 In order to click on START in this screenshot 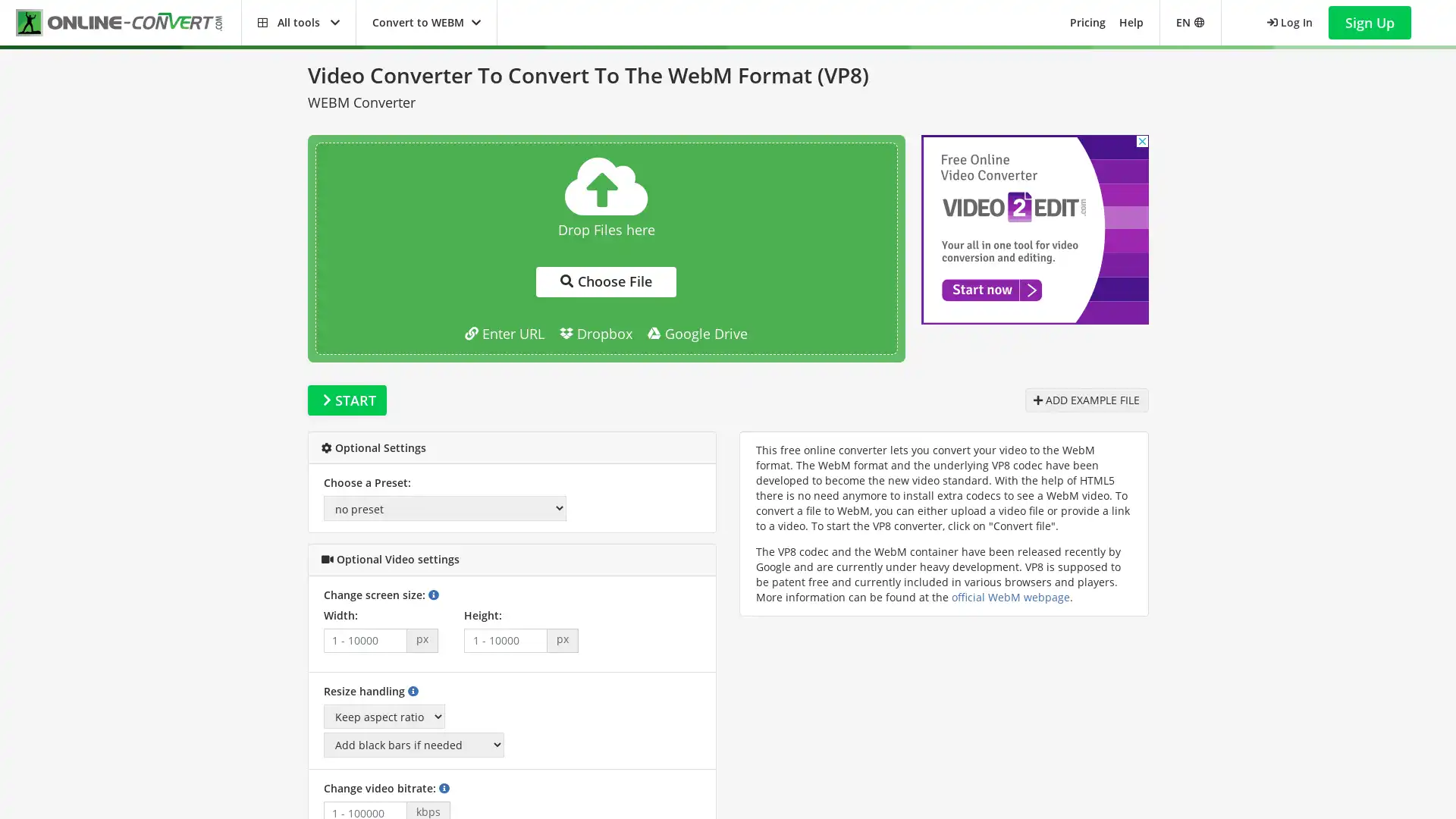, I will do `click(345, 400)`.